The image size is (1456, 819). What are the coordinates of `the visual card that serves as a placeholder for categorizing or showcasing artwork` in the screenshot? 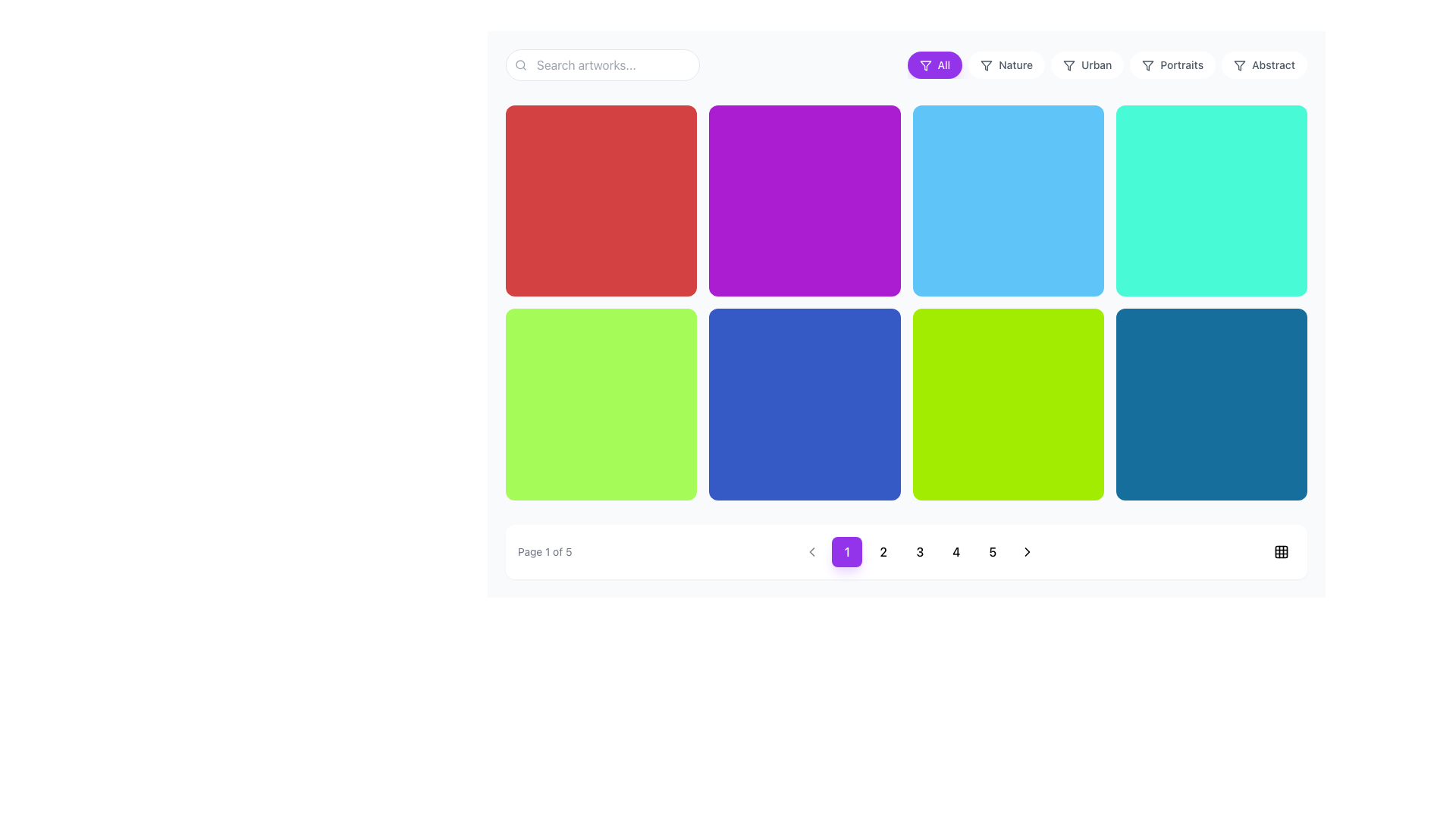 It's located at (804, 200).